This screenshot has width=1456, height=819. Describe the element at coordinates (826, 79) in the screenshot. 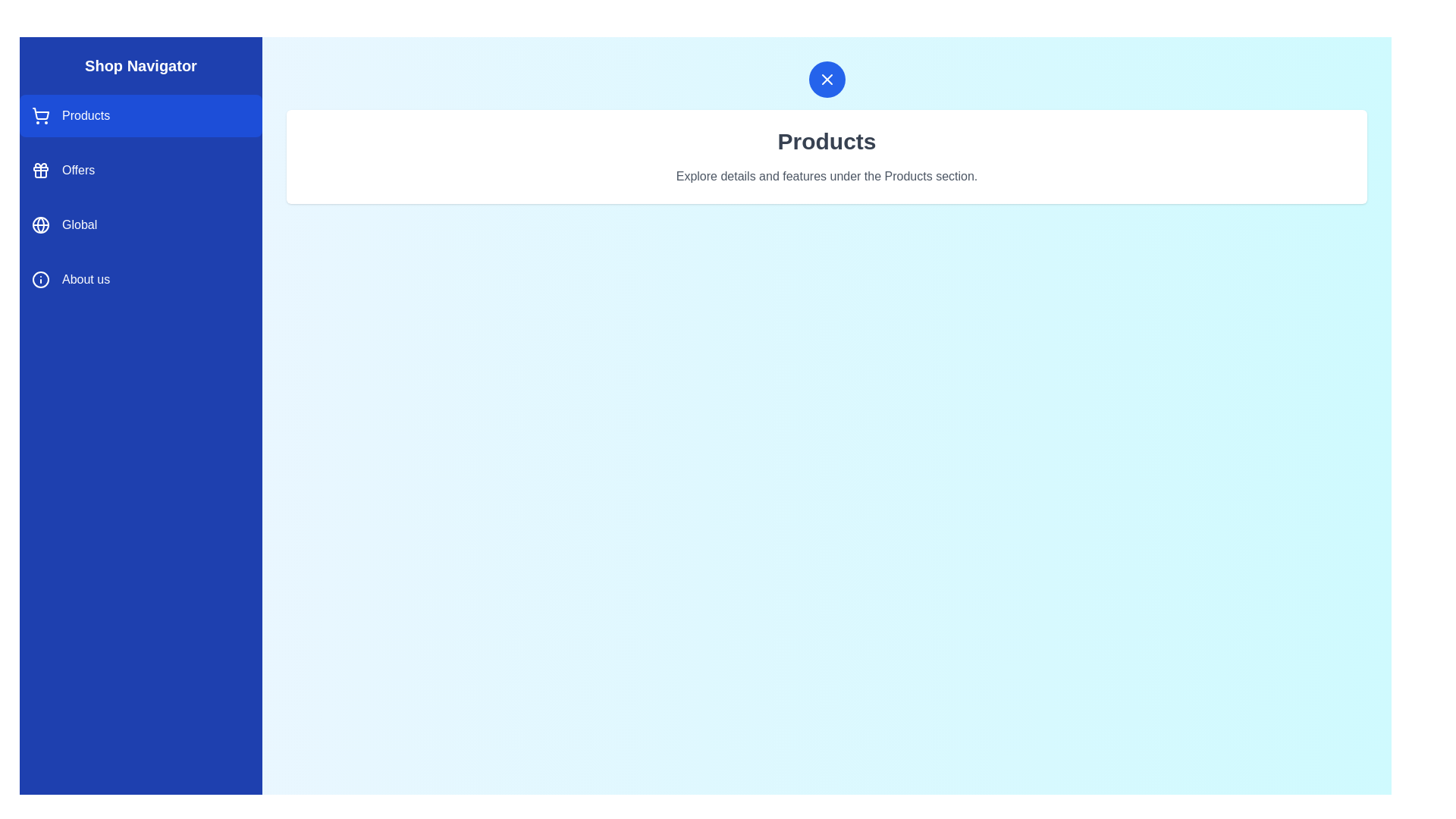

I see `button at the top of the main area to toggle the drawer` at that location.